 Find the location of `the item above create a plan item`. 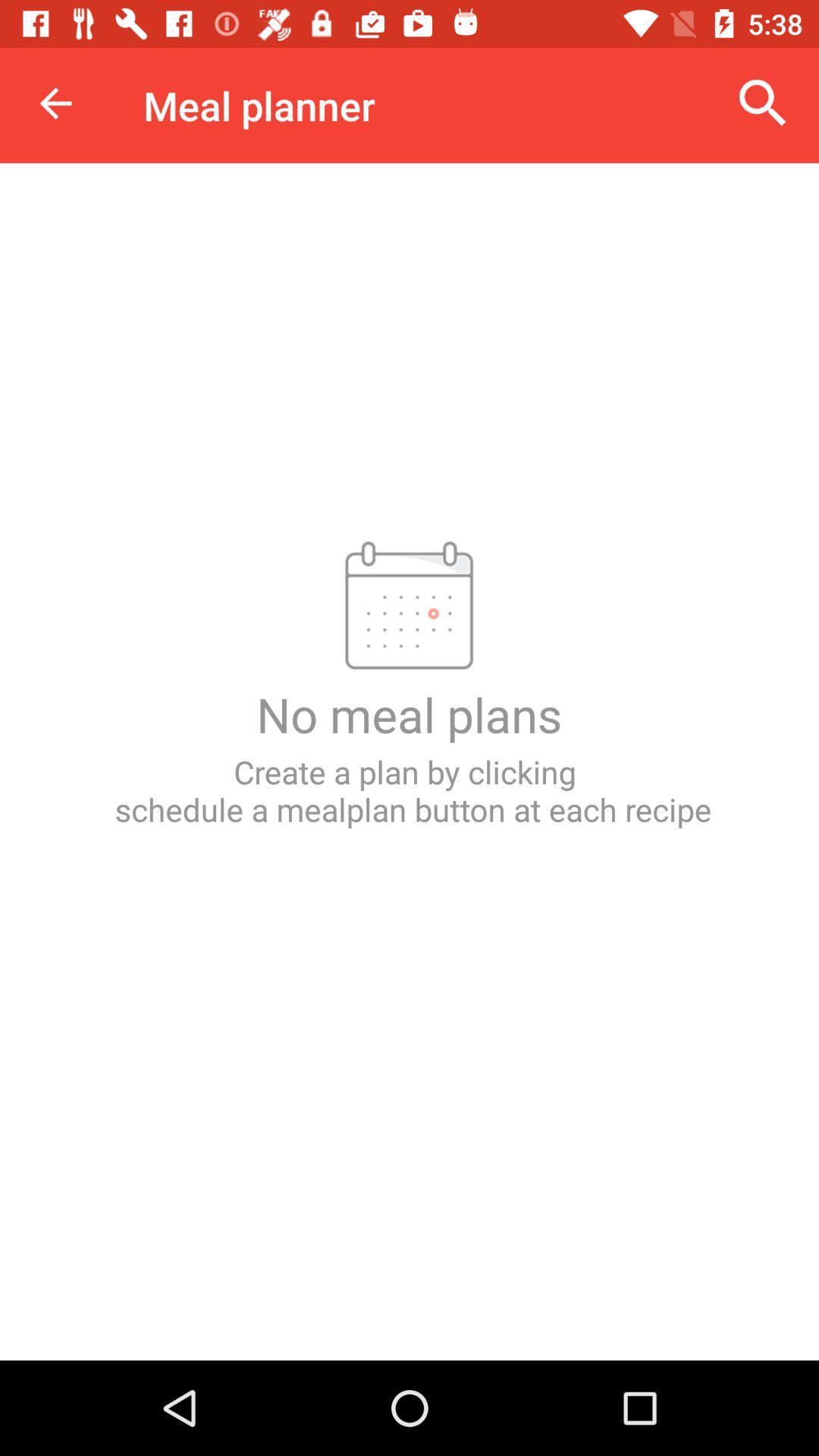

the item above create a plan item is located at coordinates (55, 102).